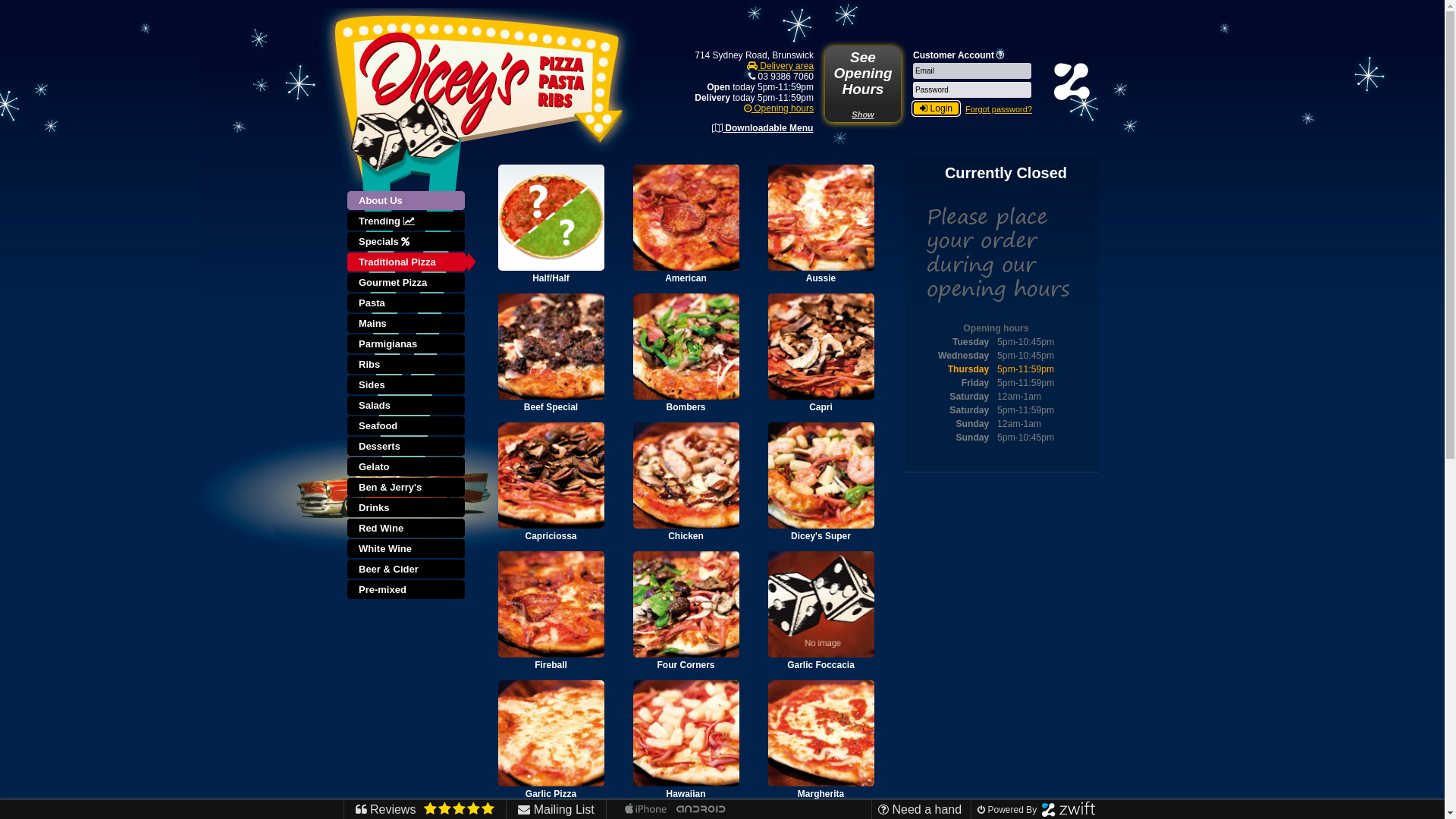 This screenshot has height=819, width=1456. What do you see at coordinates (407, 303) in the screenshot?
I see `'Pasta'` at bounding box center [407, 303].